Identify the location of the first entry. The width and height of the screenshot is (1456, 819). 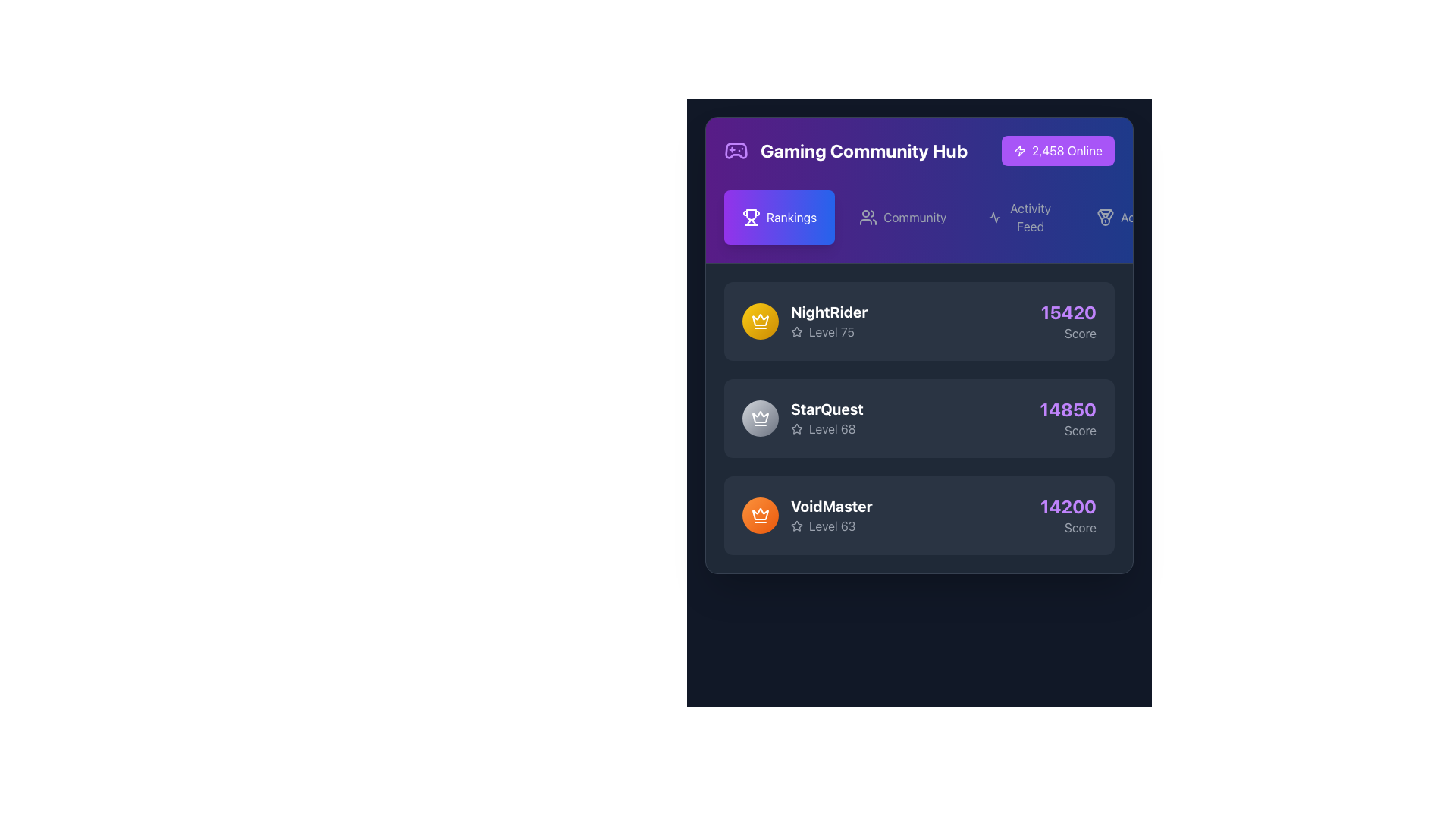
(918, 321).